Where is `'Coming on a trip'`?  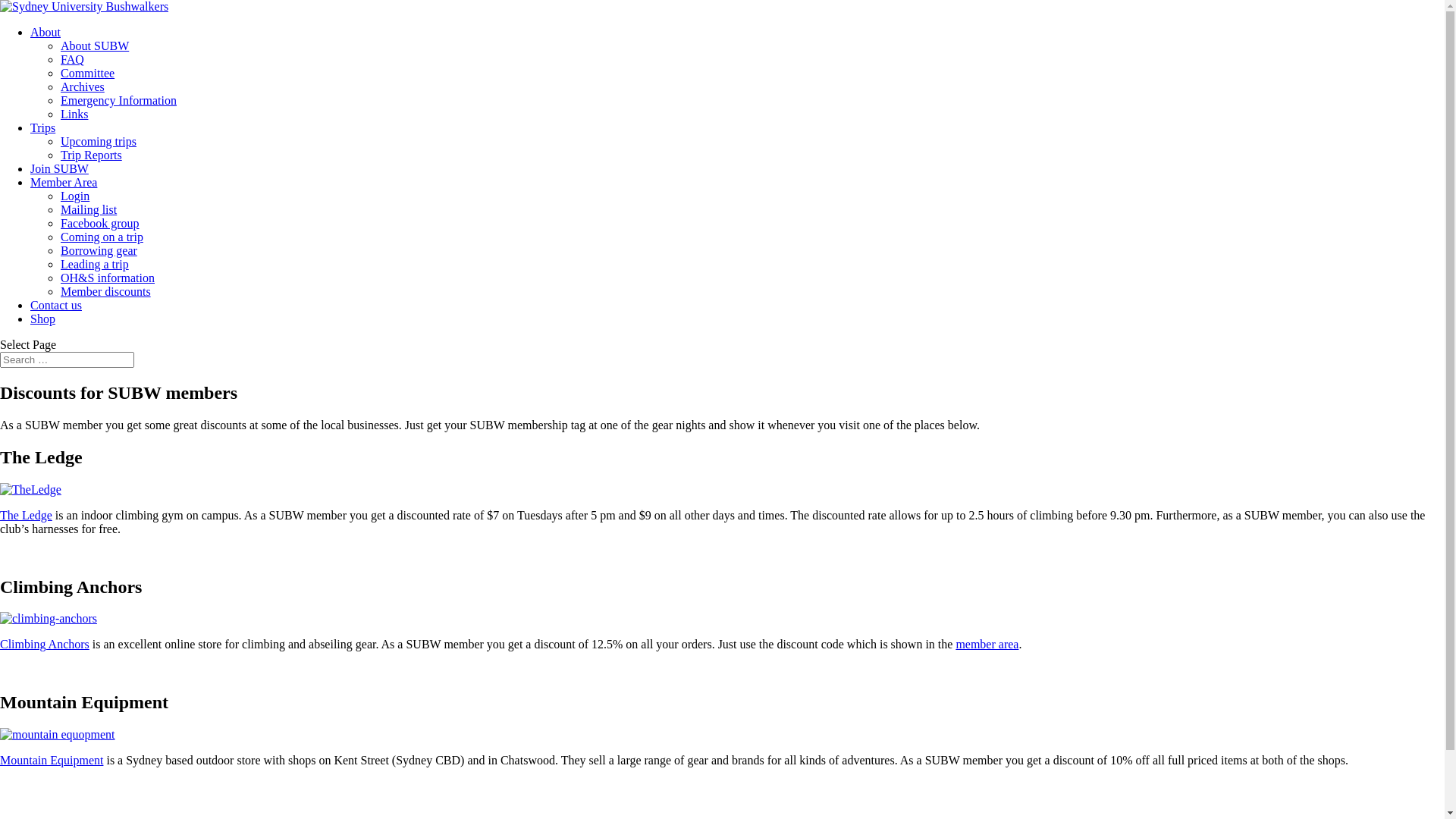 'Coming on a trip' is located at coordinates (61, 237).